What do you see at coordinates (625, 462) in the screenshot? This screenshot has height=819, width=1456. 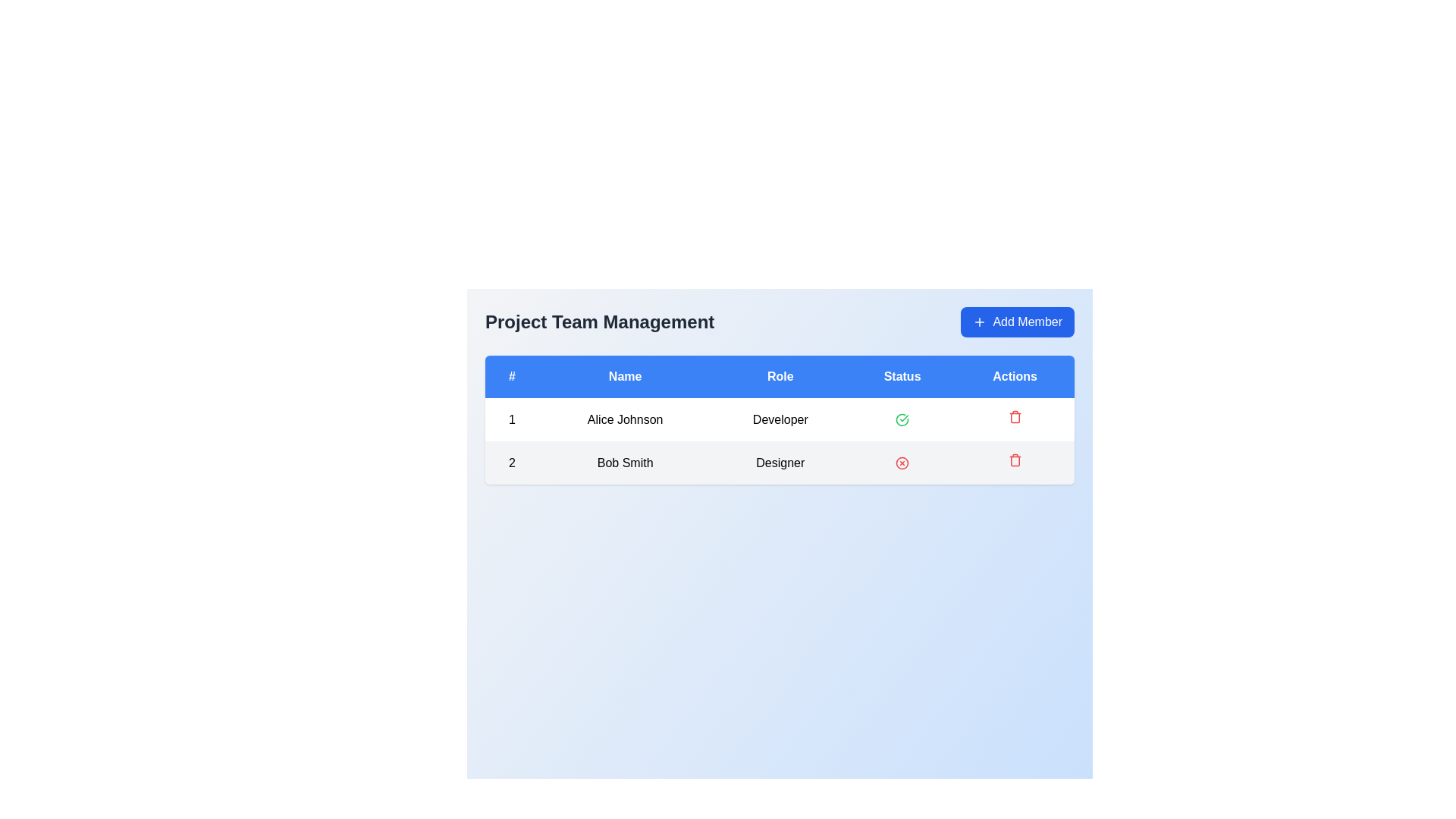 I see `text label displaying 'Bob Smith' located in the second row of the table under the 'Name' column, positioned between the number '2' and the role 'Designer'` at bounding box center [625, 462].